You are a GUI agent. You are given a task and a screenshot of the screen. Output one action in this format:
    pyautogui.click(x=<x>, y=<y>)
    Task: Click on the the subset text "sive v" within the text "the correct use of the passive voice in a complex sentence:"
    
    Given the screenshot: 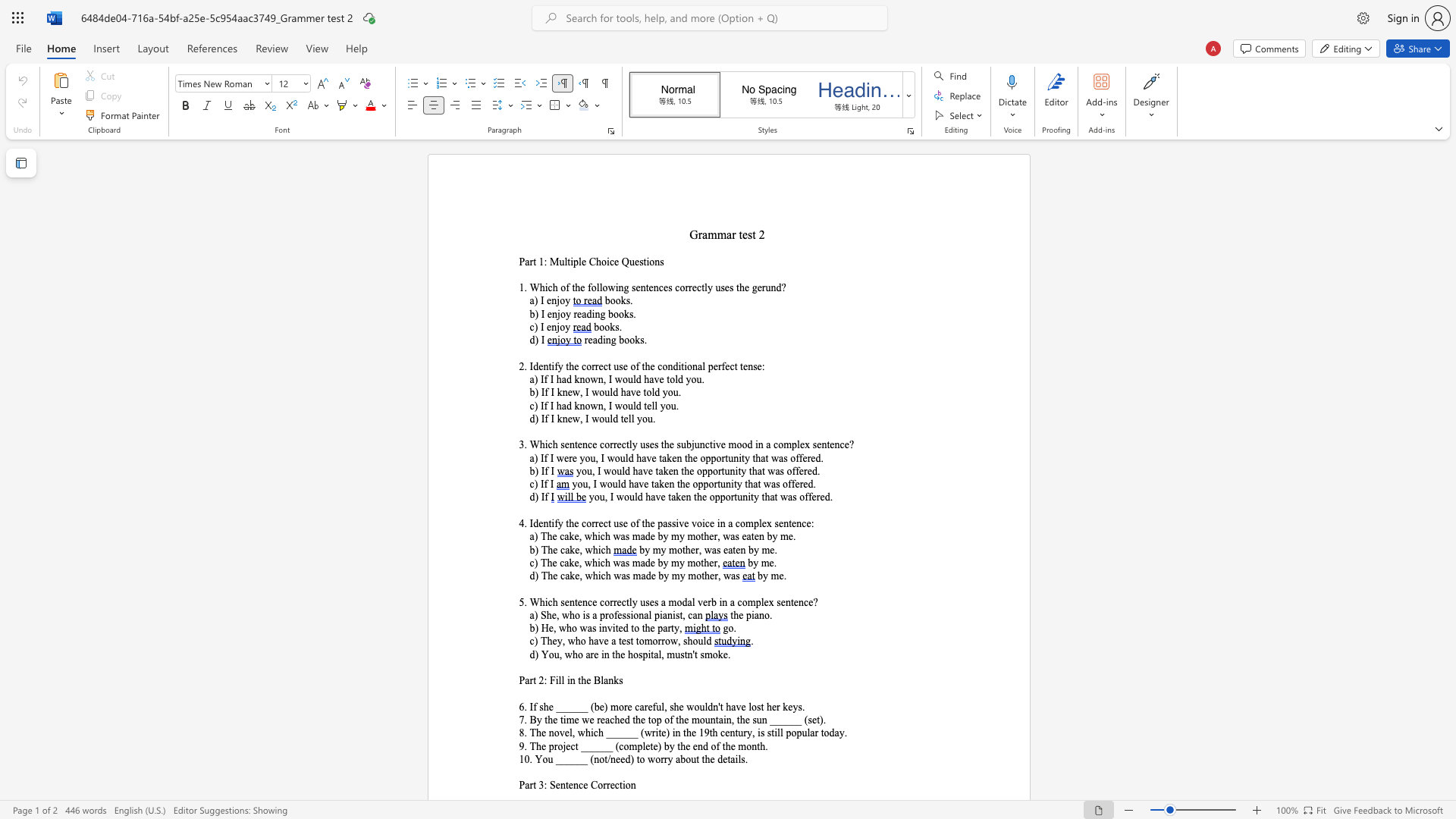 What is the action you would take?
    pyautogui.click(x=670, y=522)
    